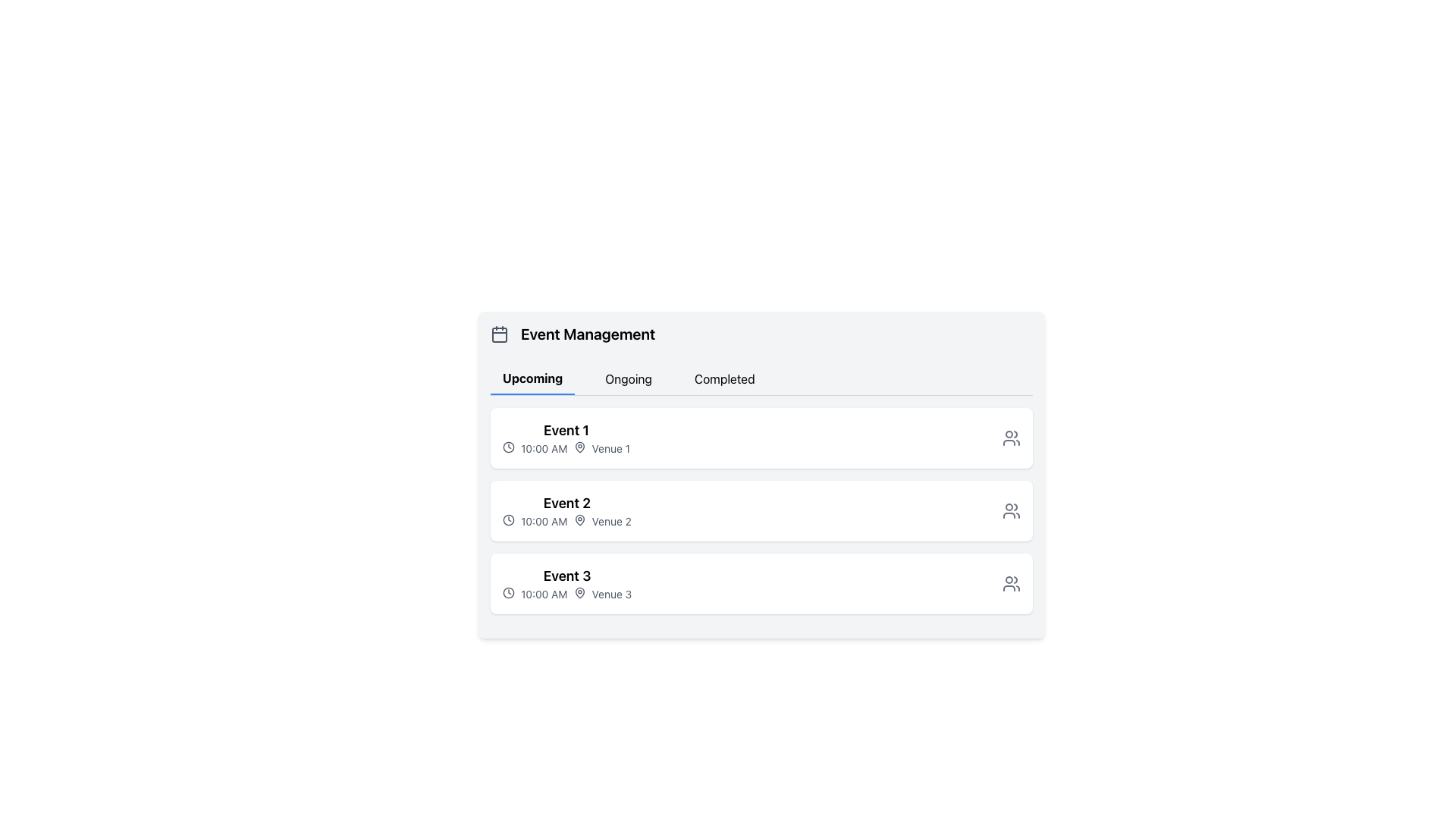 Image resolution: width=1456 pixels, height=819 pixels. What do you see at coordinates (579, 592) in the screenshot?
I see `the venue marker icon located in the 'Event 3' section, positioned immediately before the text 'Venue 3'` at bounding box center [579, 592].